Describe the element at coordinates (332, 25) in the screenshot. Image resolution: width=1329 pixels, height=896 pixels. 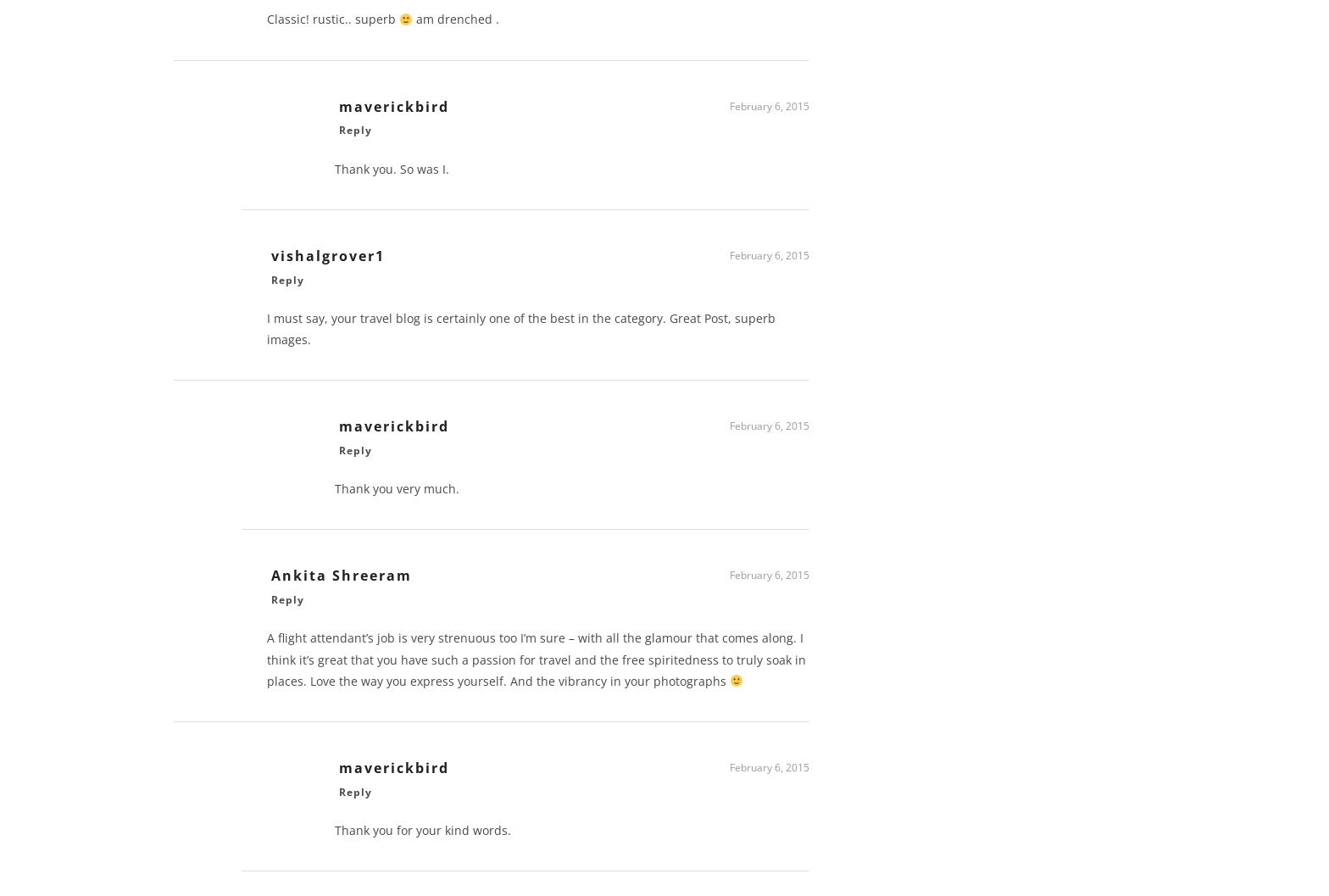
I see `'Classic! rustic.. superb'` at that location.